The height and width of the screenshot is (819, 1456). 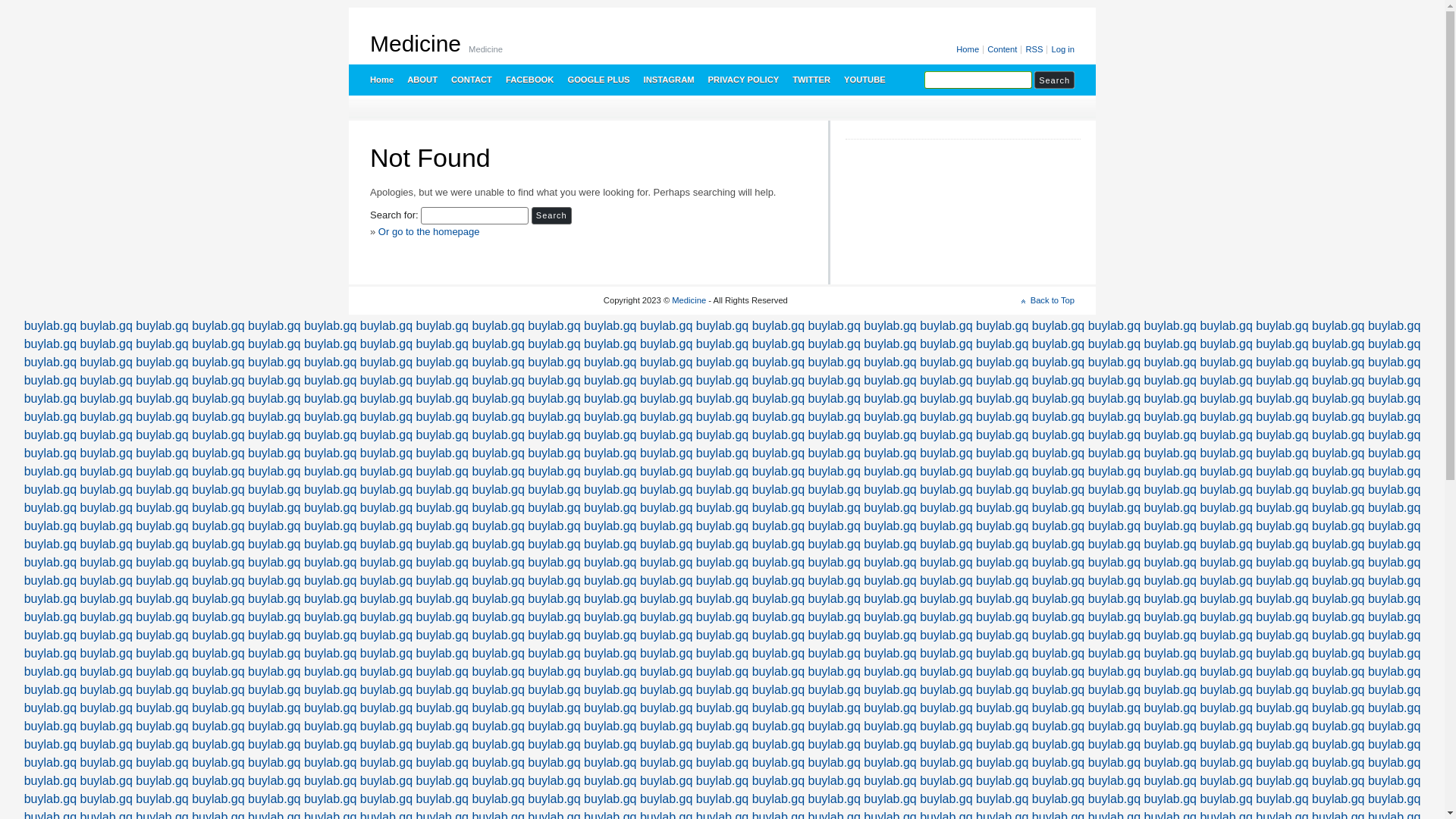 I want to click on 'ABOUT', so click(x=422, y=79).